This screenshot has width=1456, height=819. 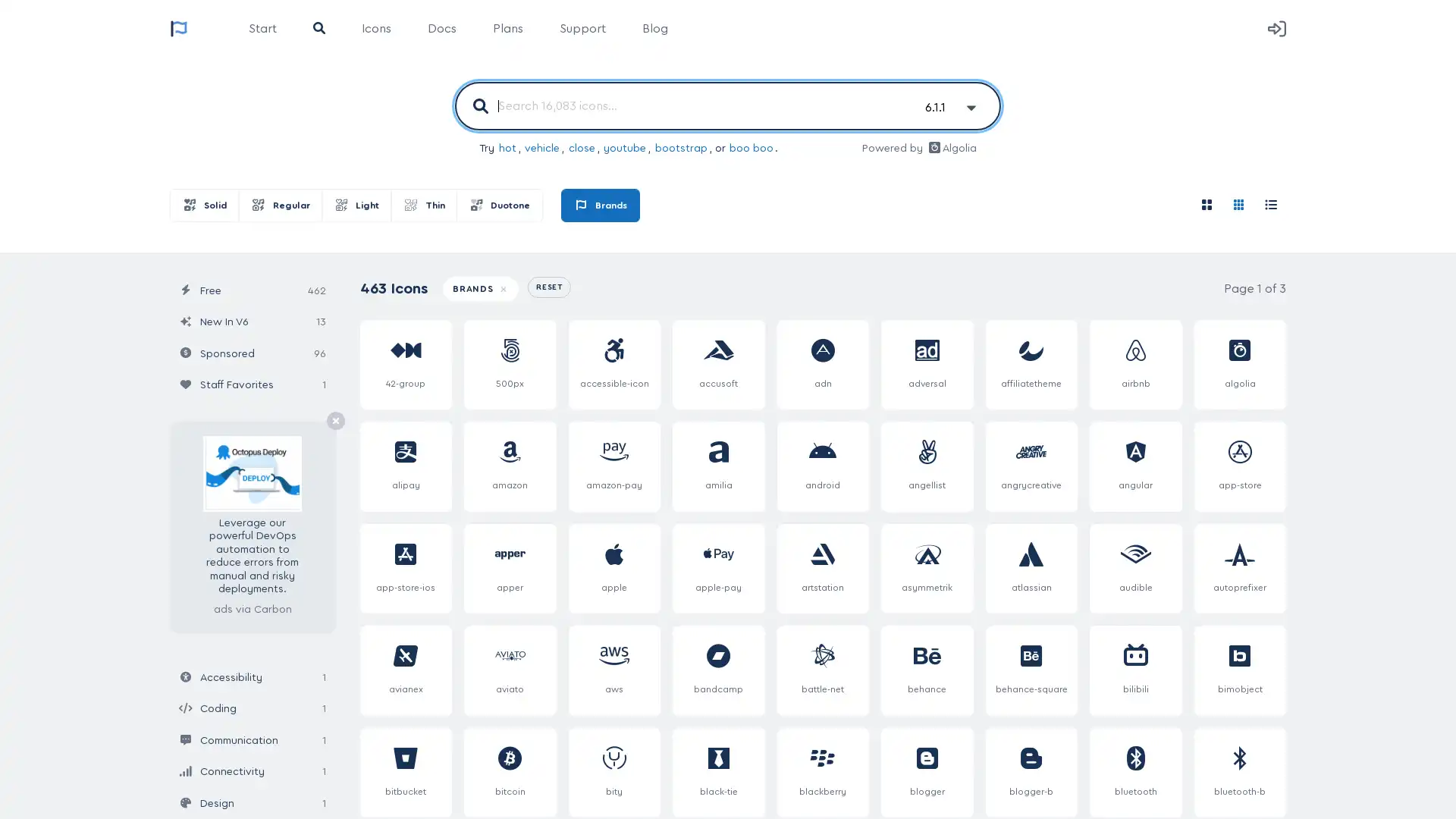 I want to click on adversal, so click(x=926, y=375).